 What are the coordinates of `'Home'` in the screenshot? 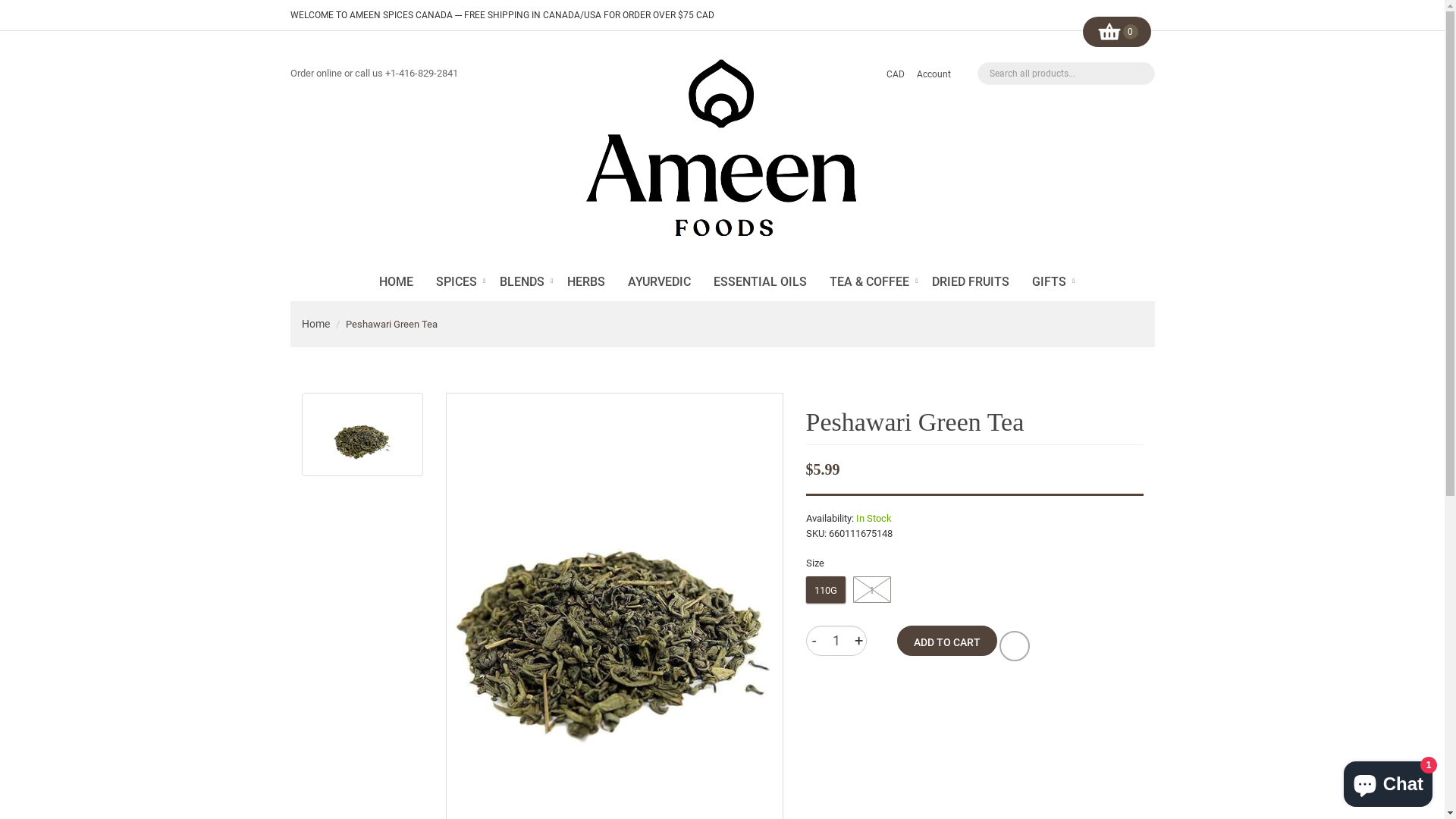 It's located at (315, 323).